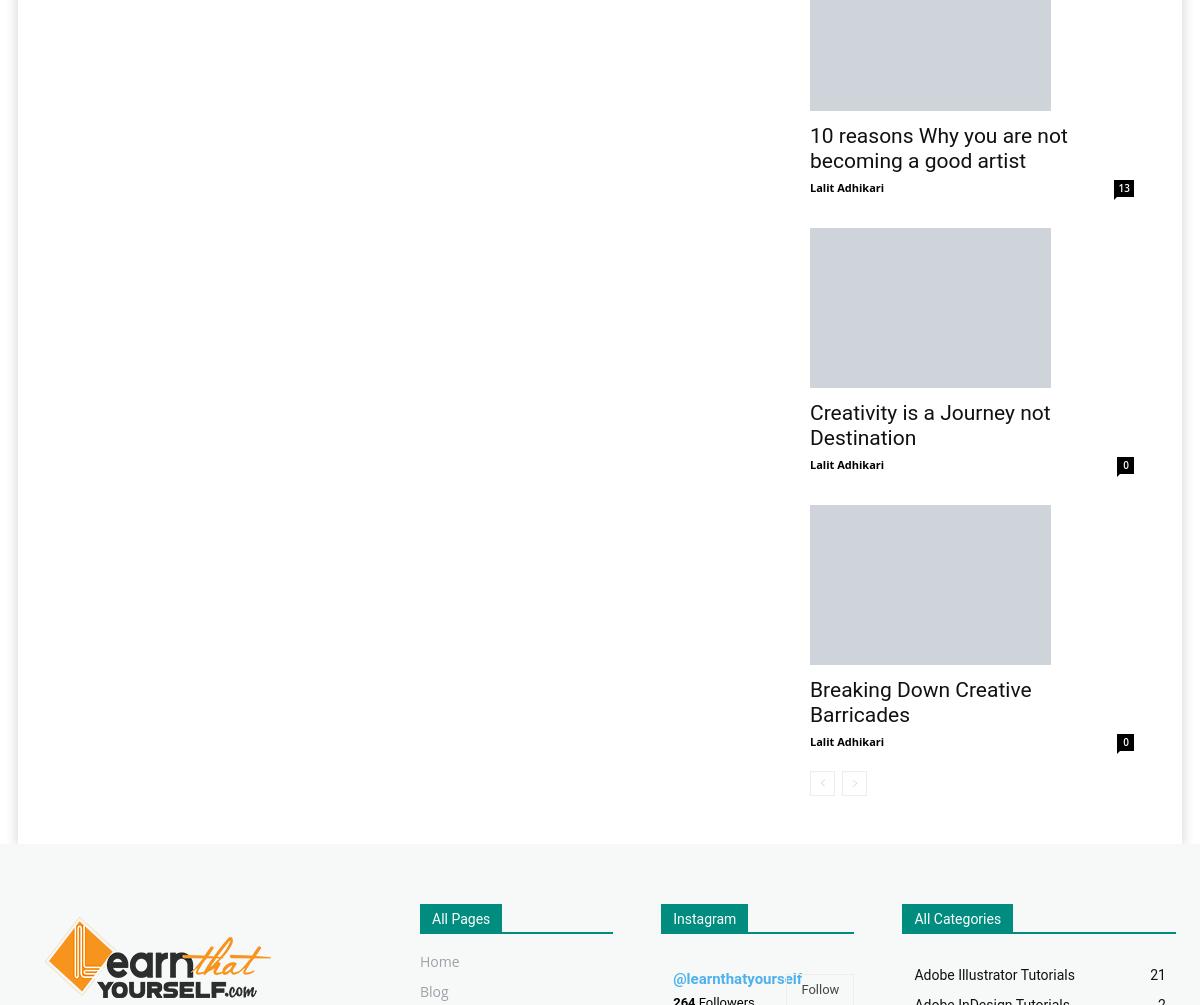 The width and height of the screenshot is (1200, 1005). What do you see at coordinates (809, 702) in the screenshot?
I see `'Breaking Down Creative Barricades'` at bounding box center [809, 702].